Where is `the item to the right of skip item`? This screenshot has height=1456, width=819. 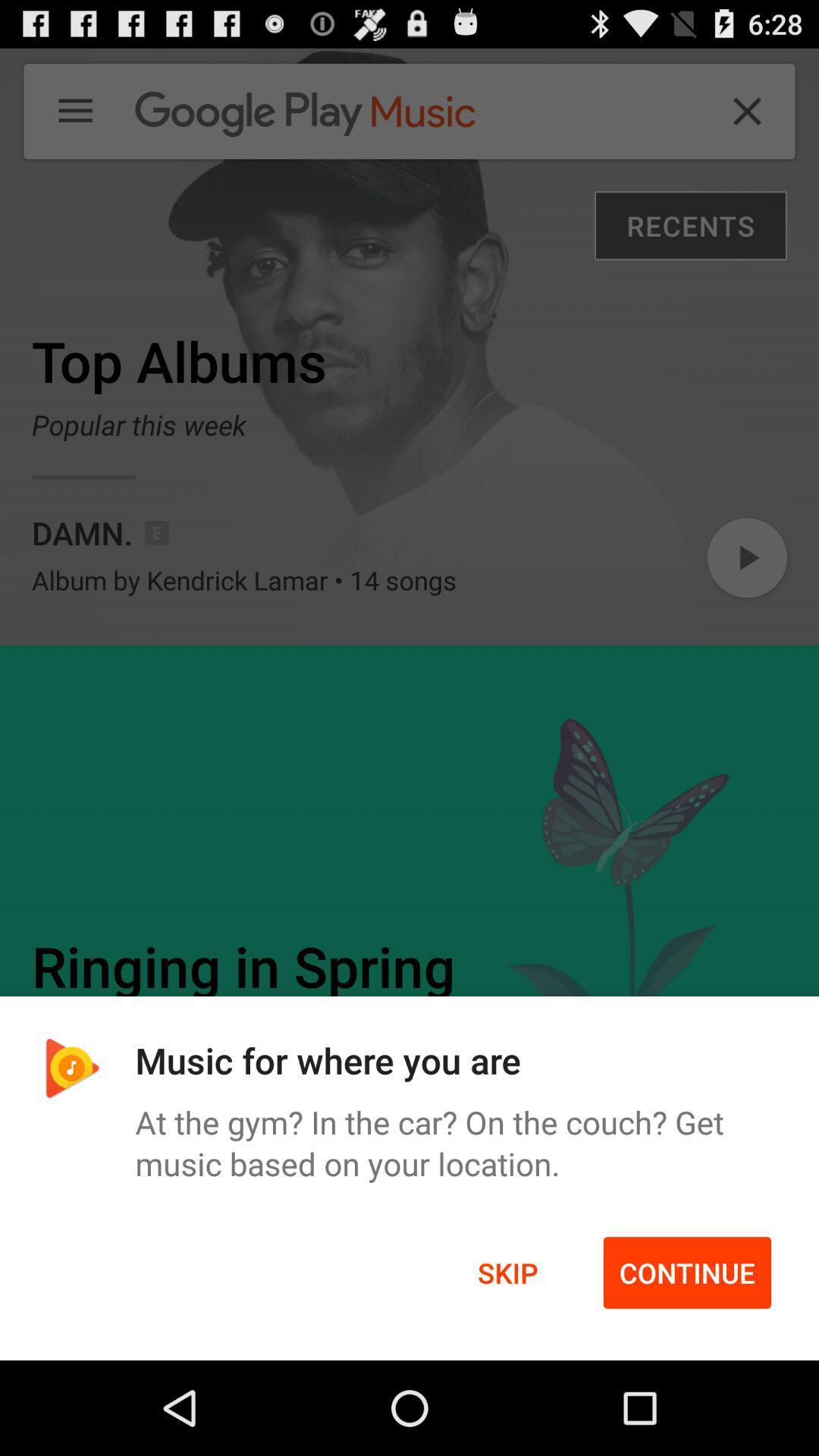
the item to the right of skip item is located at coordinates (687, 1272).